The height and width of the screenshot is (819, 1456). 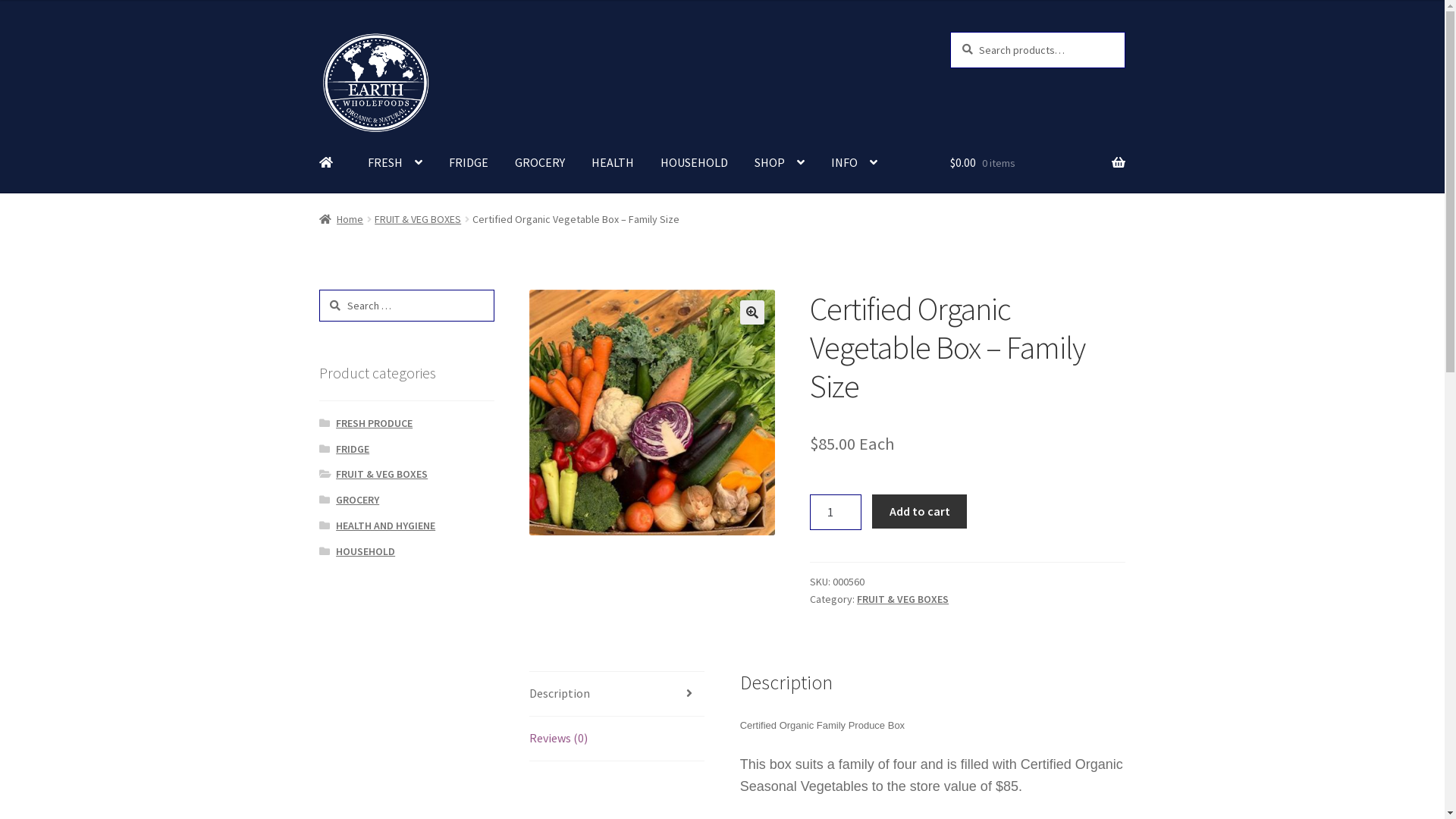 What do you see at coordinates (949, 31) in the screenshot?
I see `'Search'` at bounding box center [949, 31].